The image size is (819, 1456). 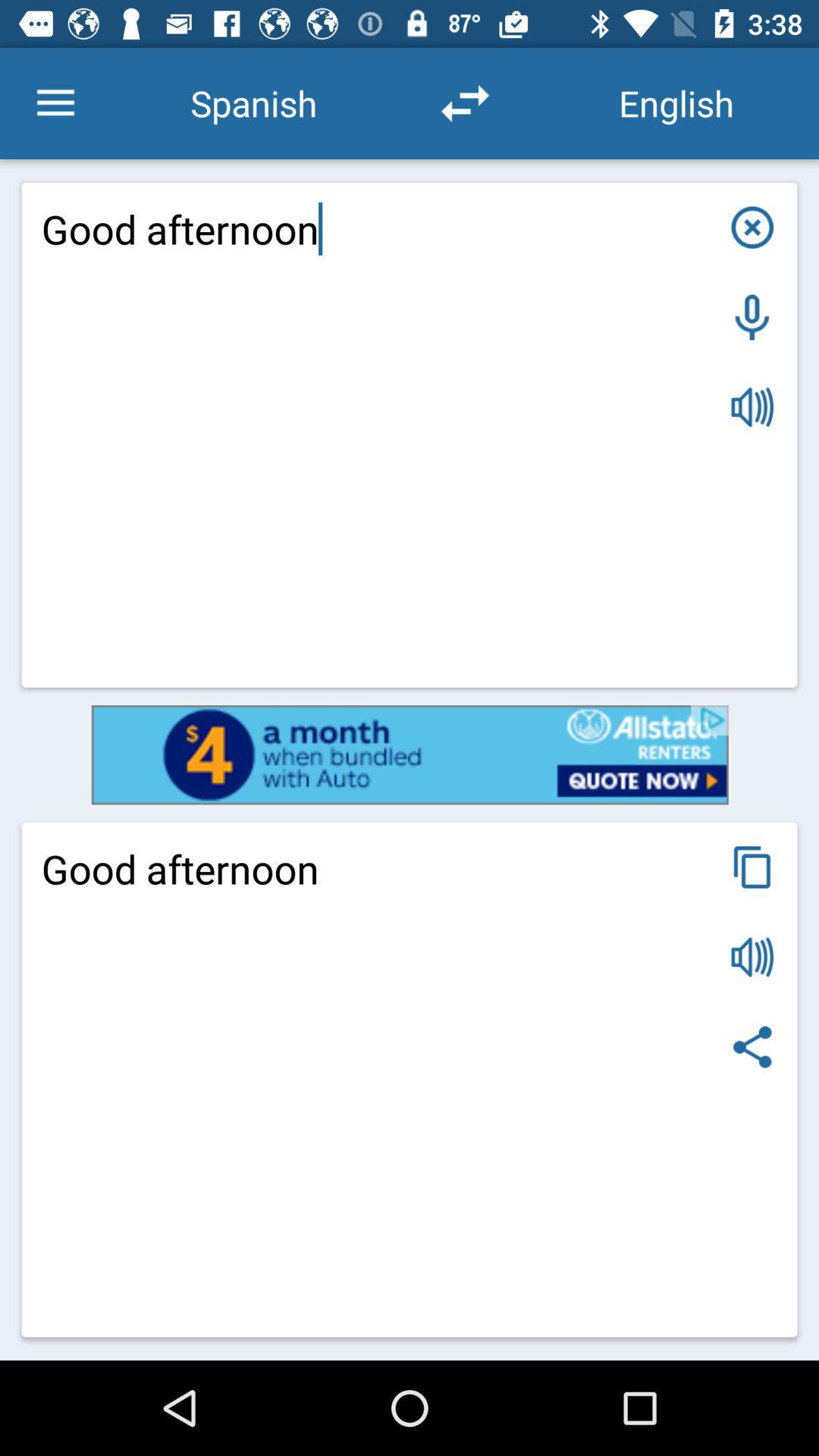 I want to click on mike, so click(x=752, y=316).